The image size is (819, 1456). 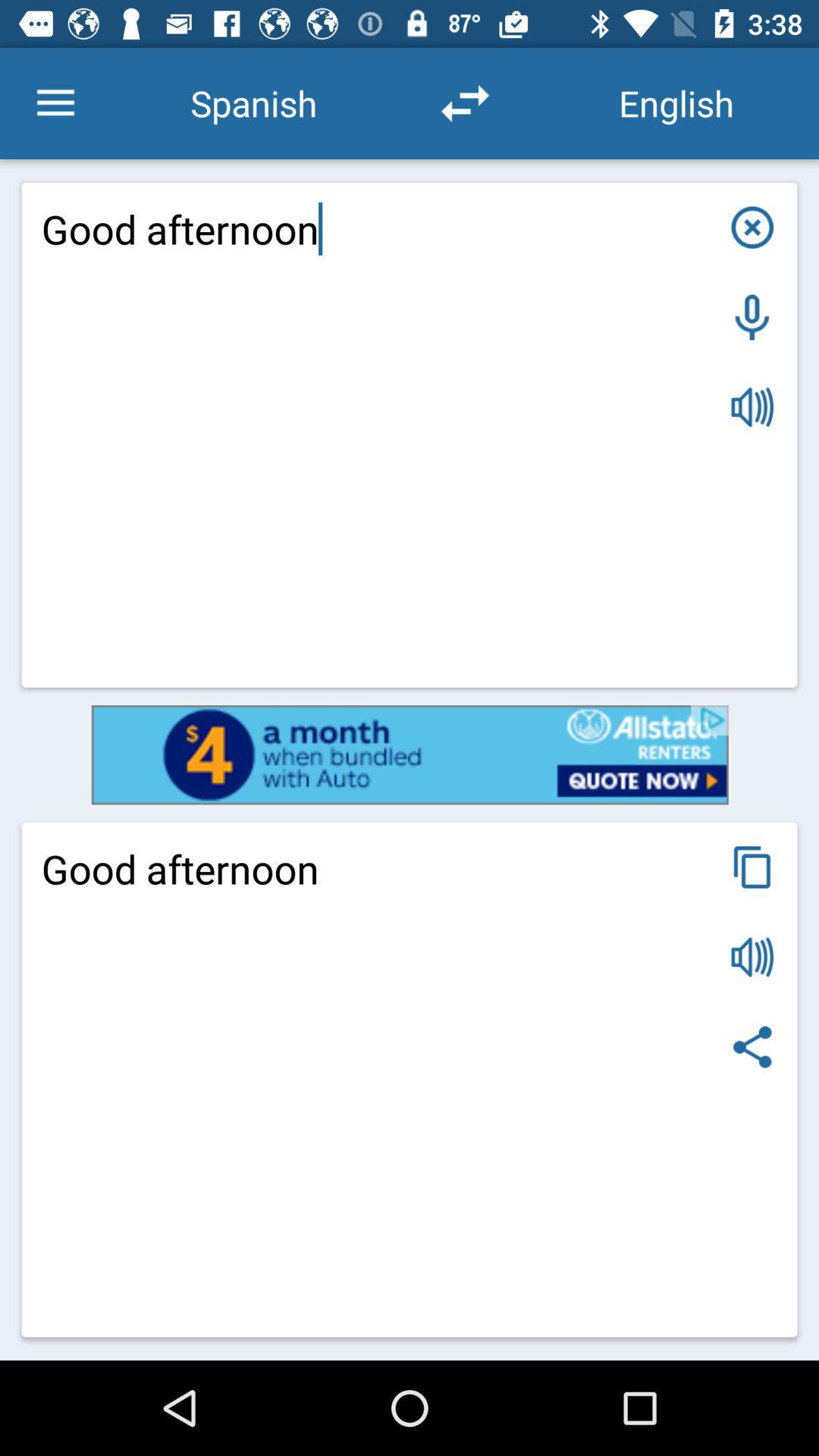 I want to click on mike, so click(x=752, y=316).